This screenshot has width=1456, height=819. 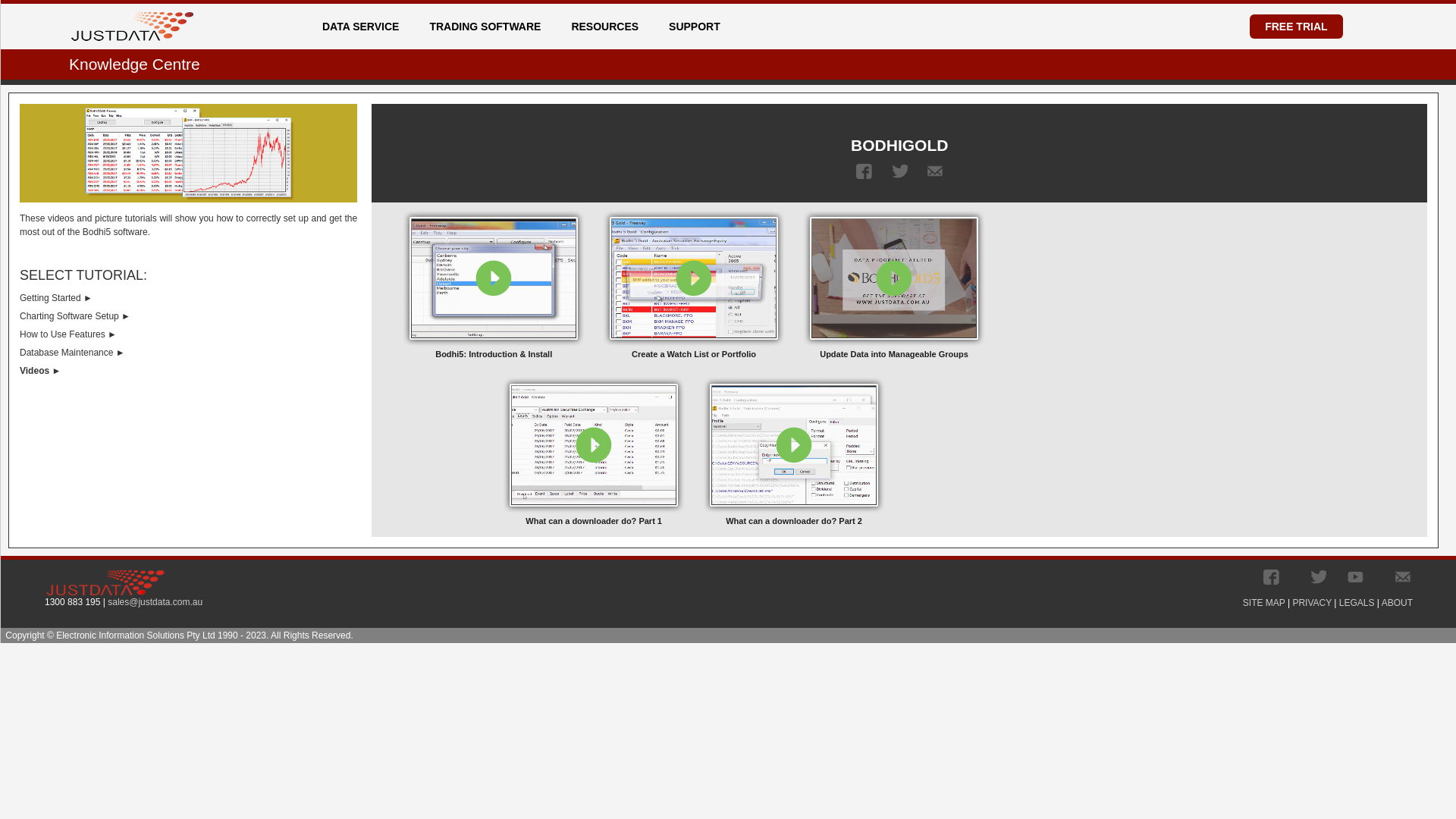 What do you see at coordinates (1396, 601) in the screenshot?
I see `'ABOUT'` at bounding box center [1396, 601].